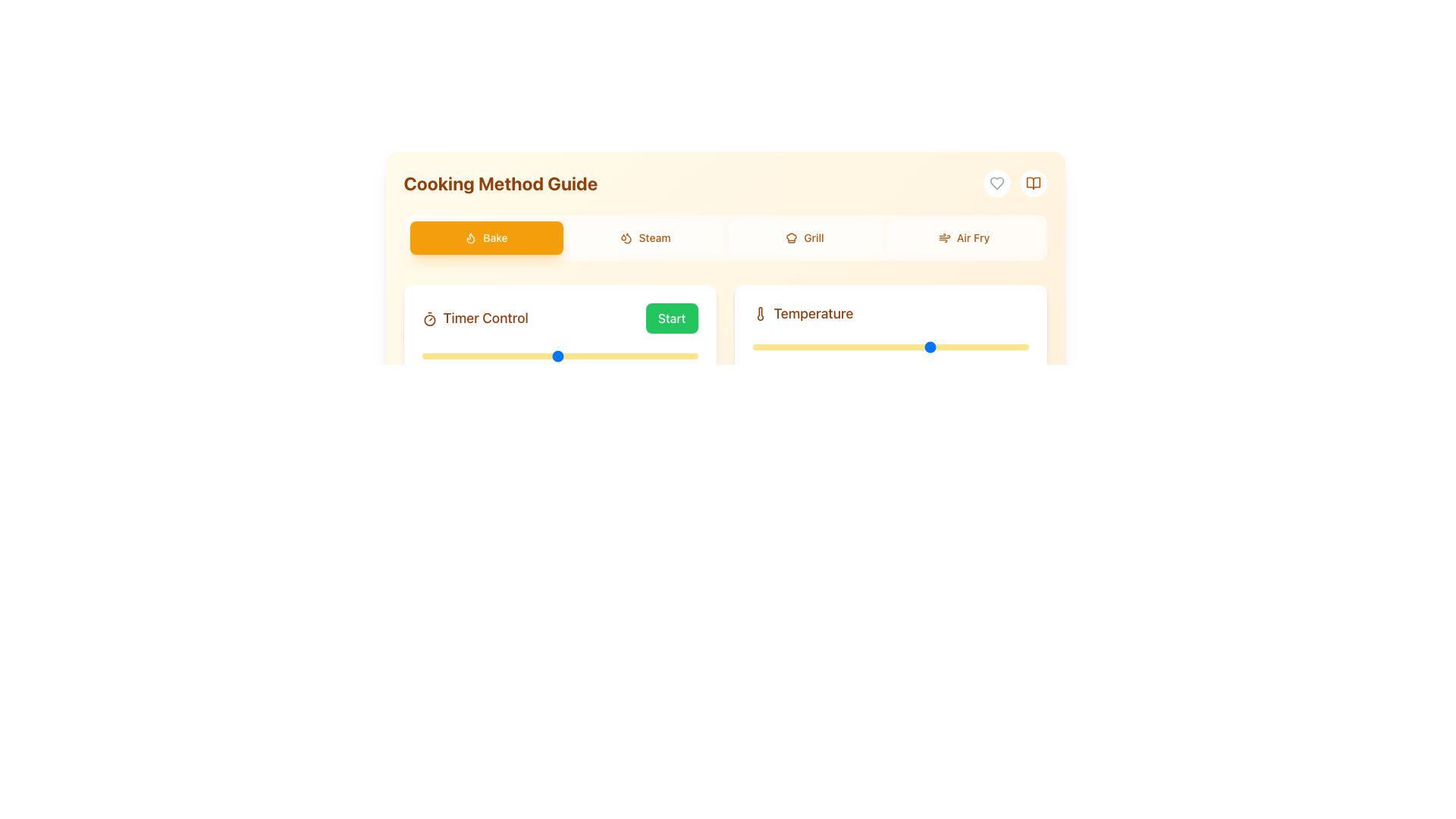 This screenshot has width=1456, height=819. I want to click on the decorative flame icon on the left side of the 'Bake' button, which precedes the text 'Bake', so click(470, 237).